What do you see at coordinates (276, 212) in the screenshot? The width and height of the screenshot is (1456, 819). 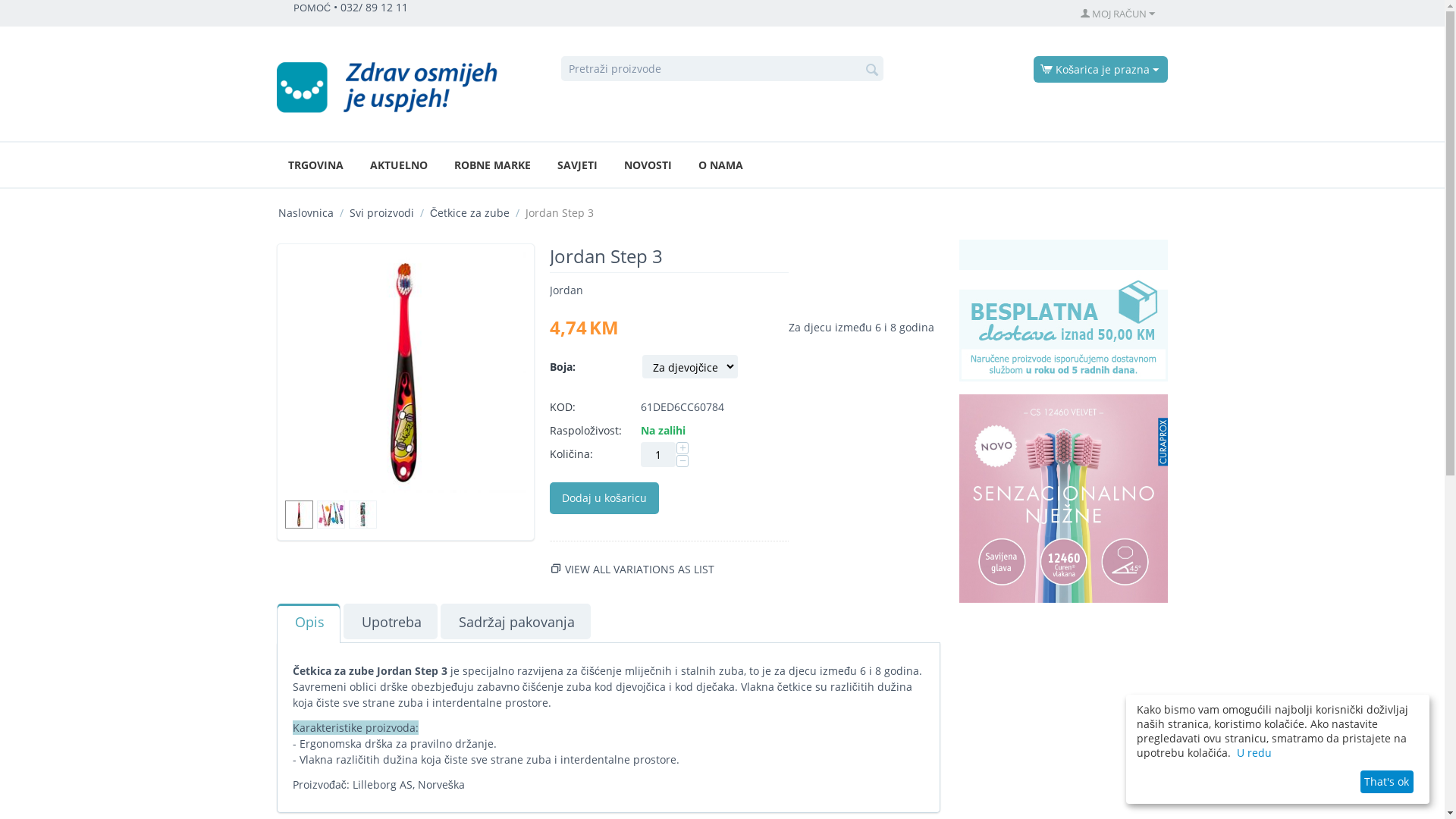 I see `'Naslovnica'` at bounding box center [276, 212].